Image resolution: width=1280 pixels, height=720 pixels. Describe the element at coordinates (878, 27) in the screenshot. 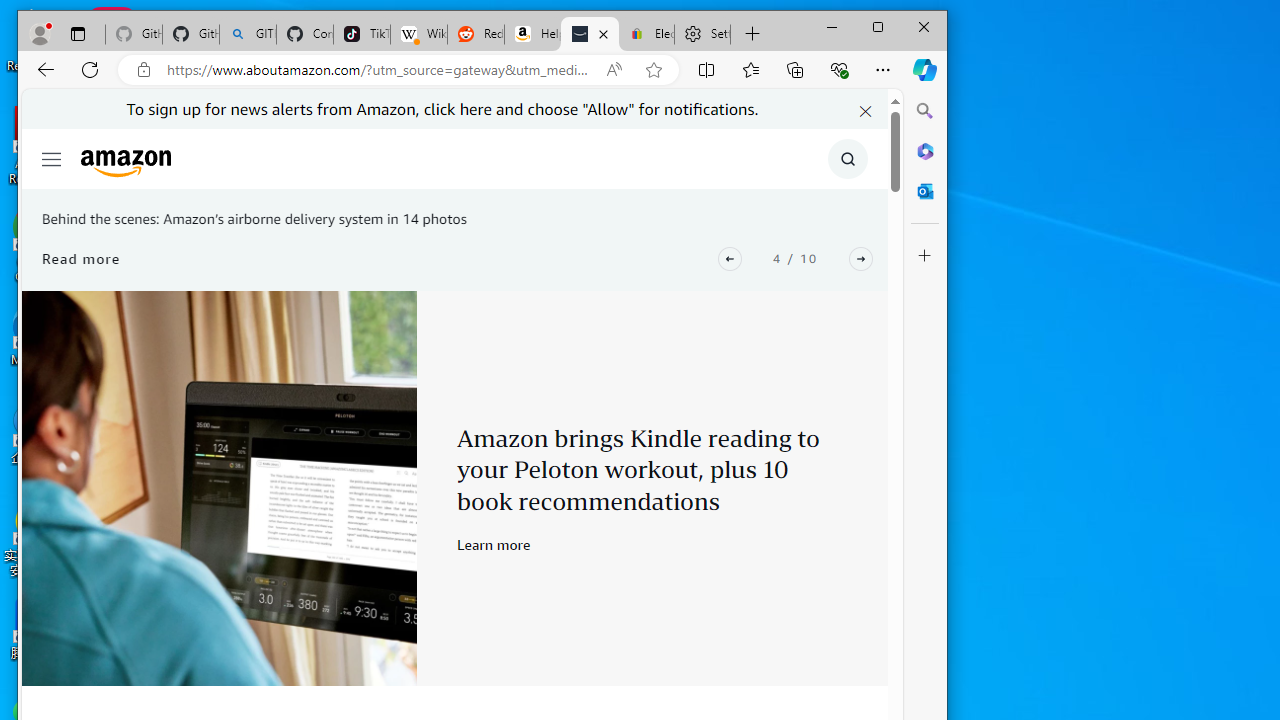

I see `'Maximize'` at that location.